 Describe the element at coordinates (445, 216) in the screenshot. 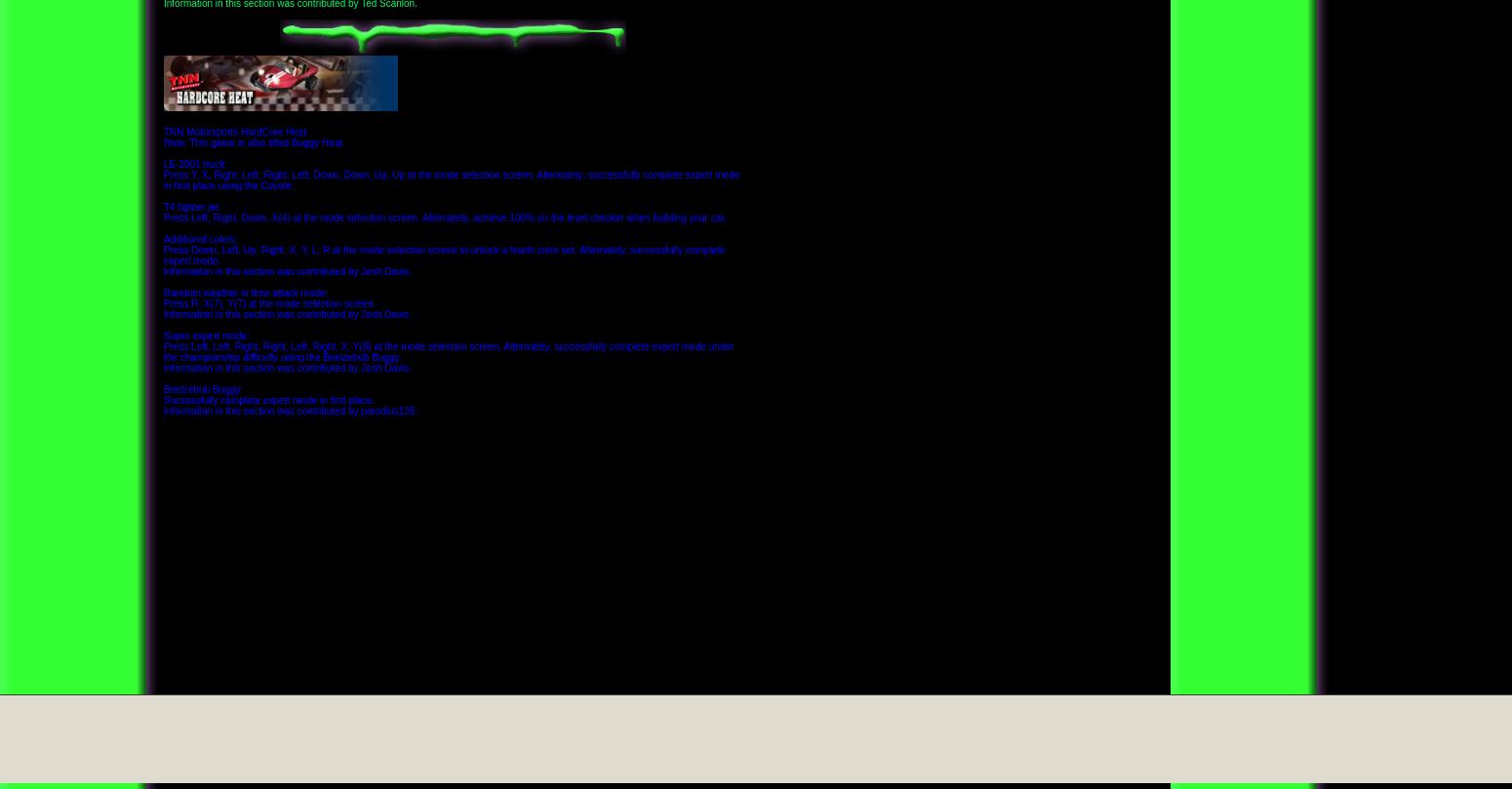

I see `'Press Left, Right, Down, X(4) at the mode selection screen. Alternately, achieve 100% on the level checker when building your car.'` at that location.